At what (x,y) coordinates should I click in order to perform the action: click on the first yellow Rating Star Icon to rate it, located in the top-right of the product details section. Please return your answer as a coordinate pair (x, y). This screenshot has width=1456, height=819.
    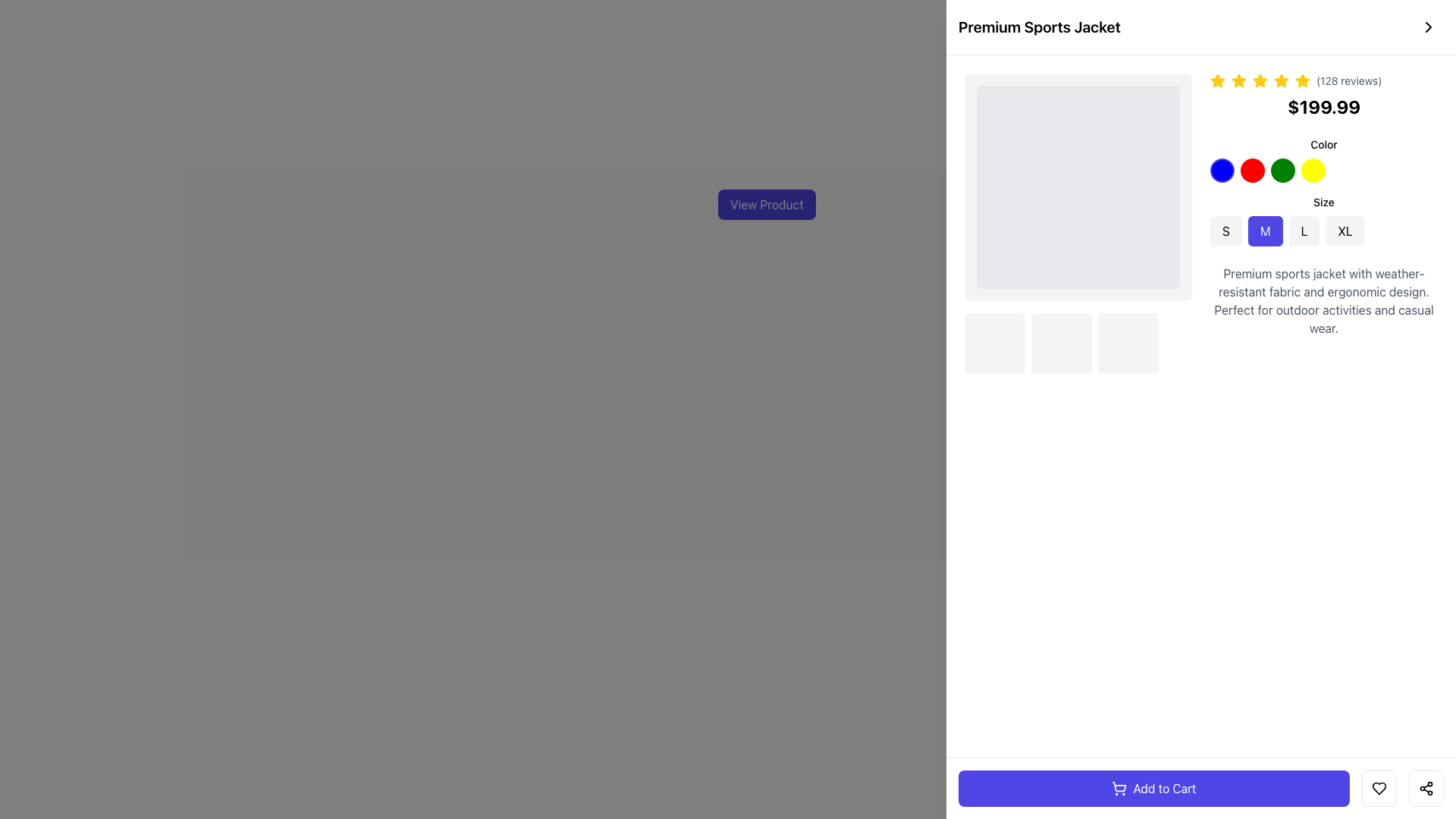
    Looking at the image, I should click on (1218, 81).